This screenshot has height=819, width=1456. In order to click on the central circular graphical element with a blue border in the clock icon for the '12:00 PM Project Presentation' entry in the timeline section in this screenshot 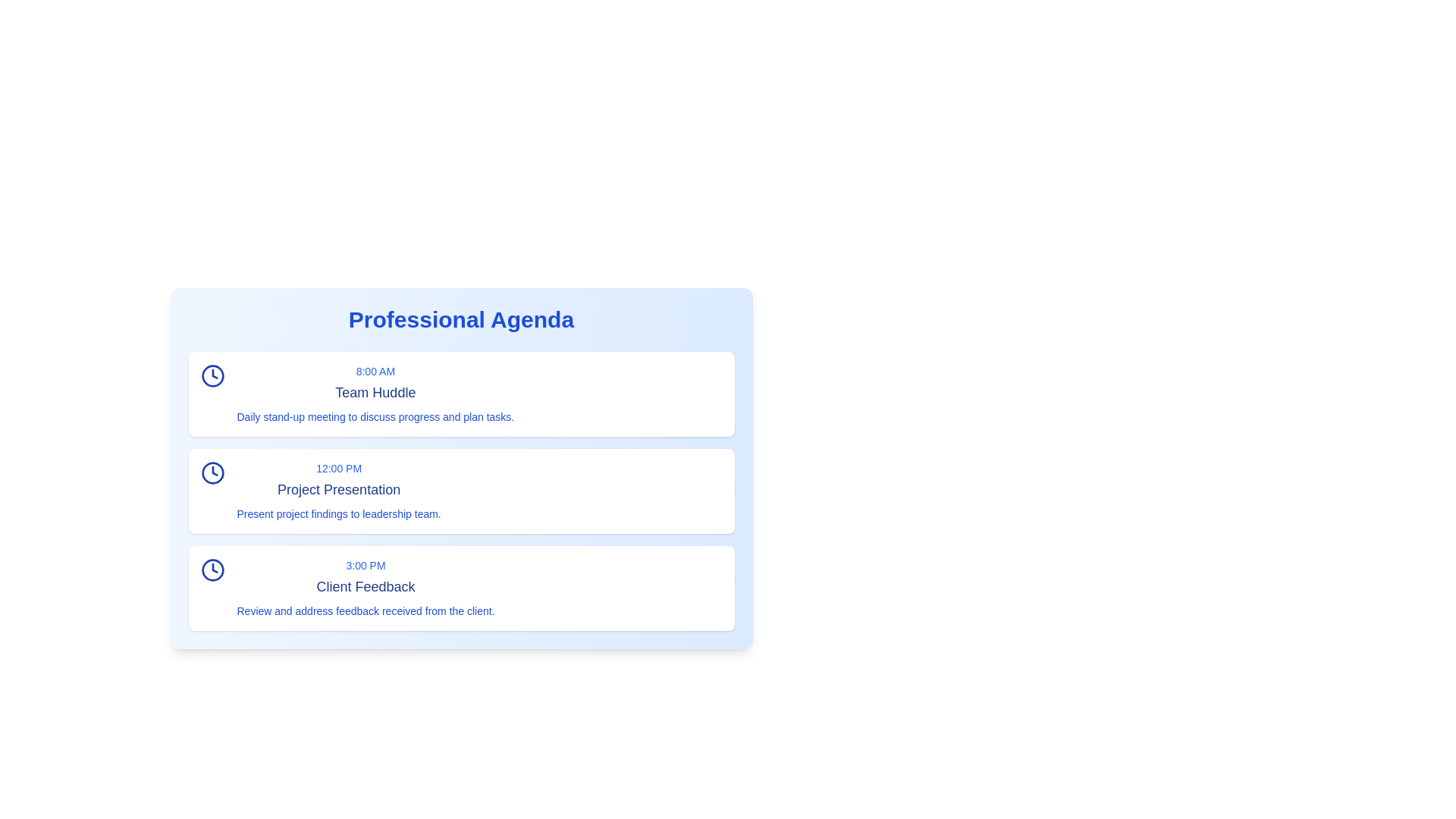, I will do `click(212, 472)`.